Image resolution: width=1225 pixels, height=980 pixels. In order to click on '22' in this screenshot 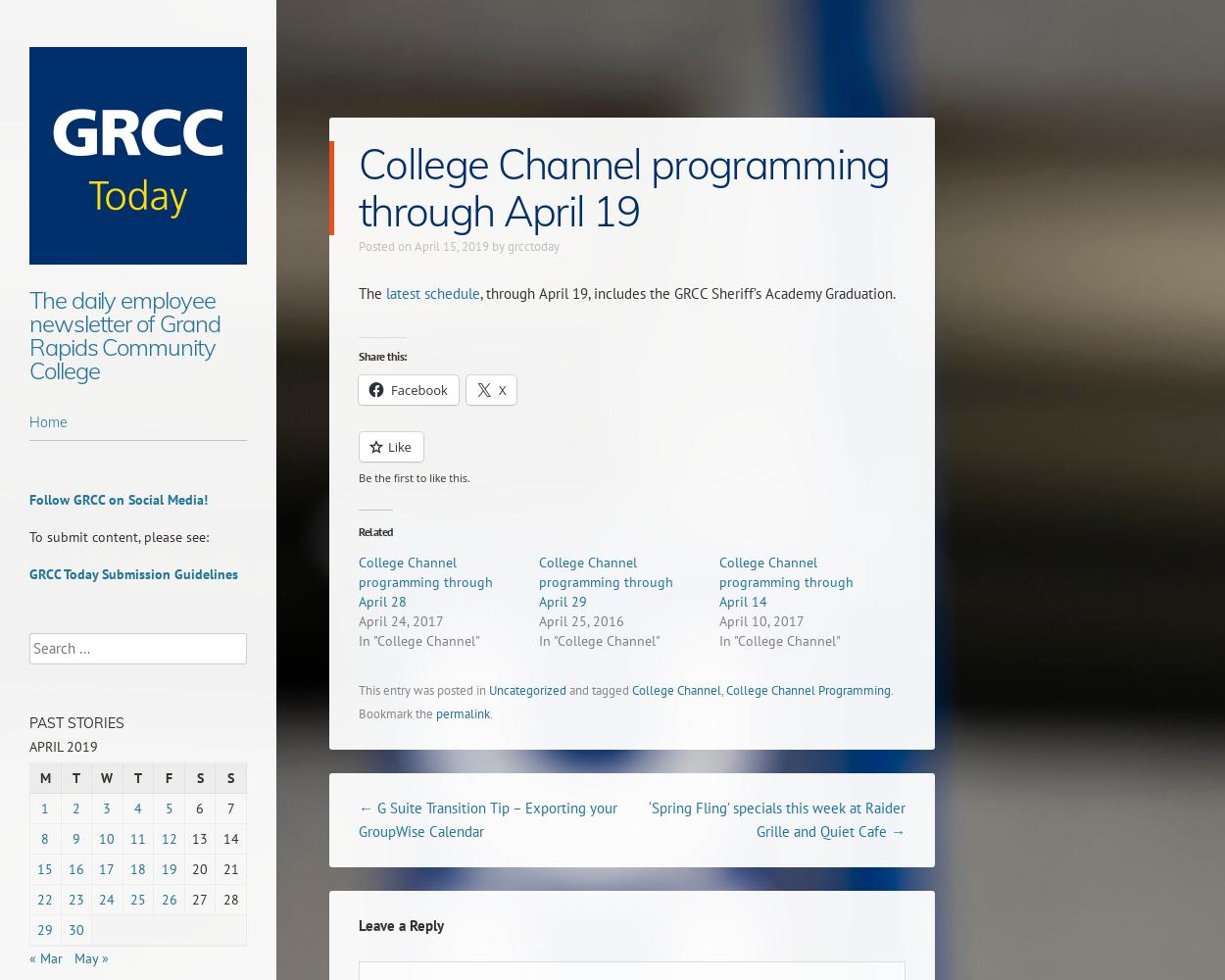, I will do `click(45, 900)`.